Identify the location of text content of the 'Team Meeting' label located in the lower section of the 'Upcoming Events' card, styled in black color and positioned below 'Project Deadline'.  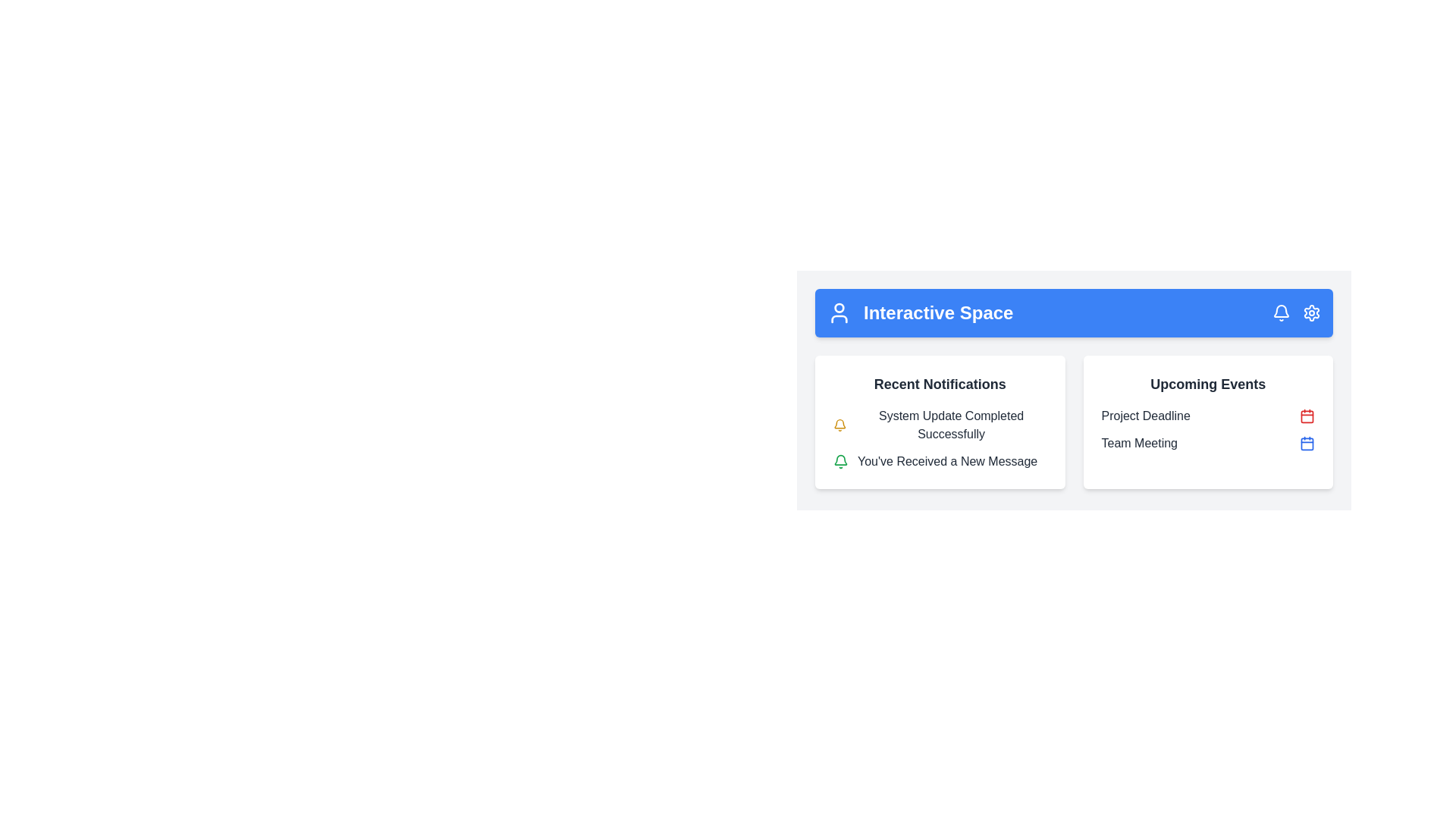
(1139, 444).